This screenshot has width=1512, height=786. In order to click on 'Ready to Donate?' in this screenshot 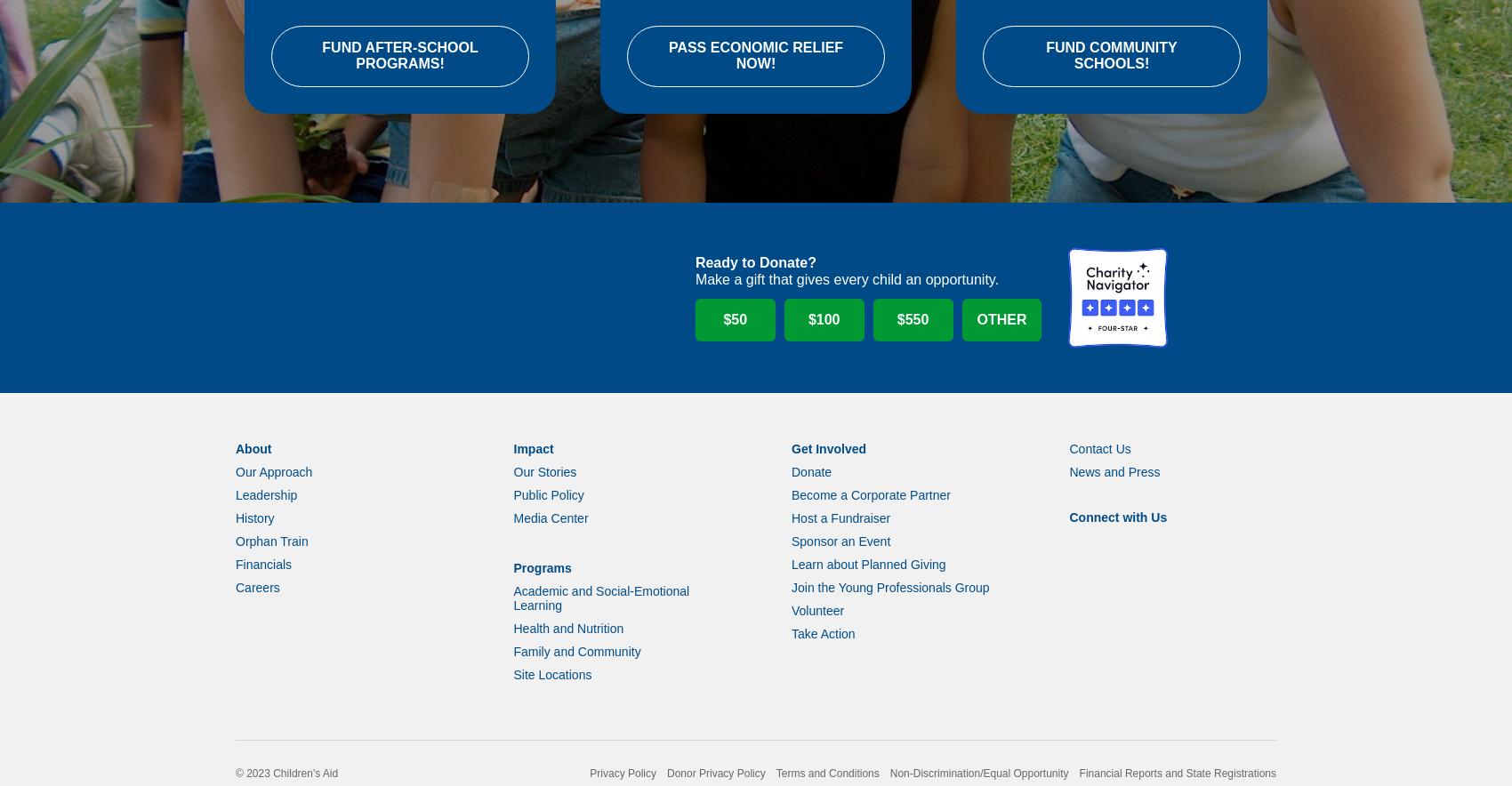, I will do `click(693, 285)`.